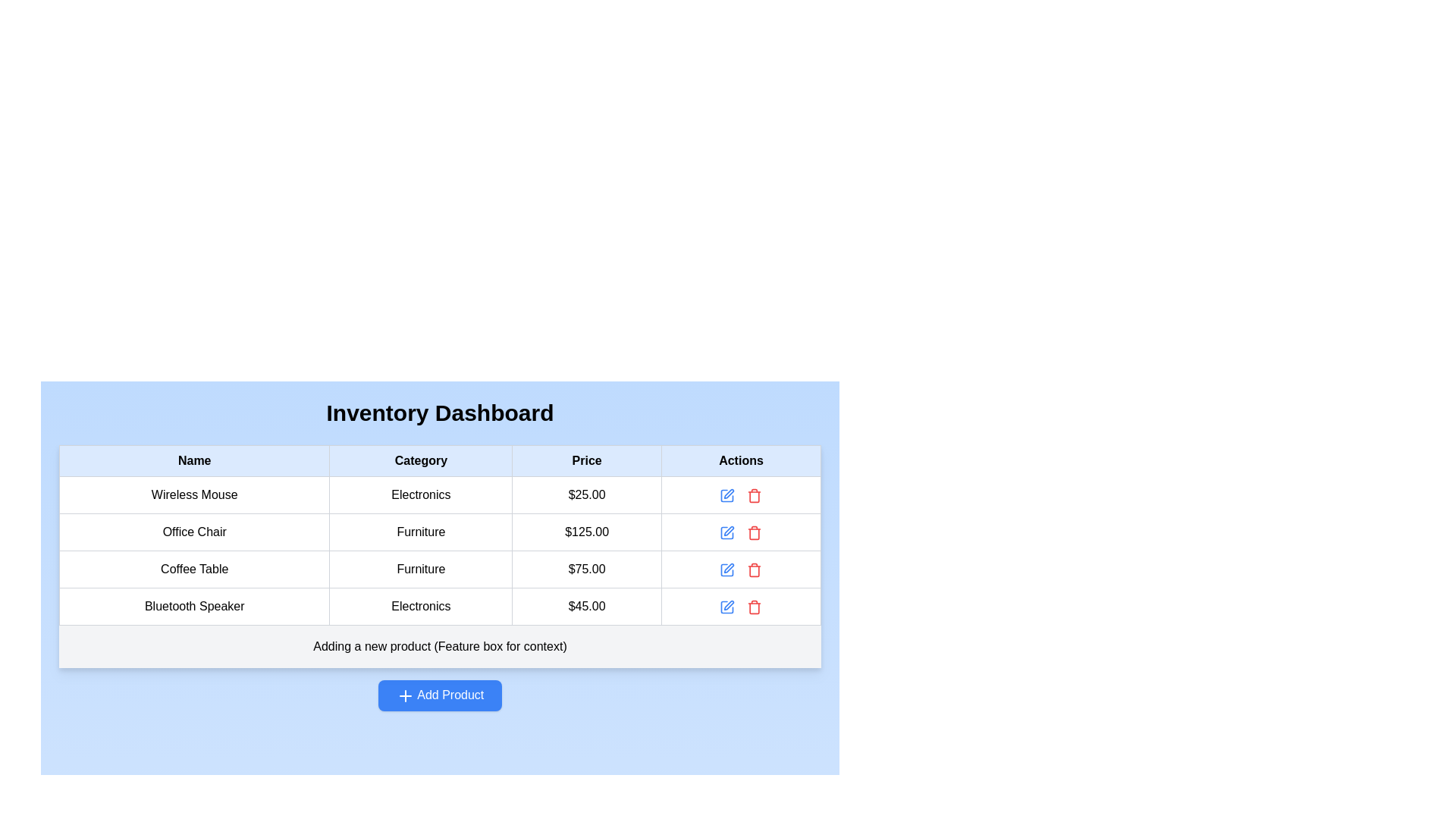 Image resolution: width=1456 pixels, height=819 pixels. What do you see at coordinates (193, 460) in the screenshot?
I see `the 'Name' column header in the inventory table` at bounding box center [193, 460].